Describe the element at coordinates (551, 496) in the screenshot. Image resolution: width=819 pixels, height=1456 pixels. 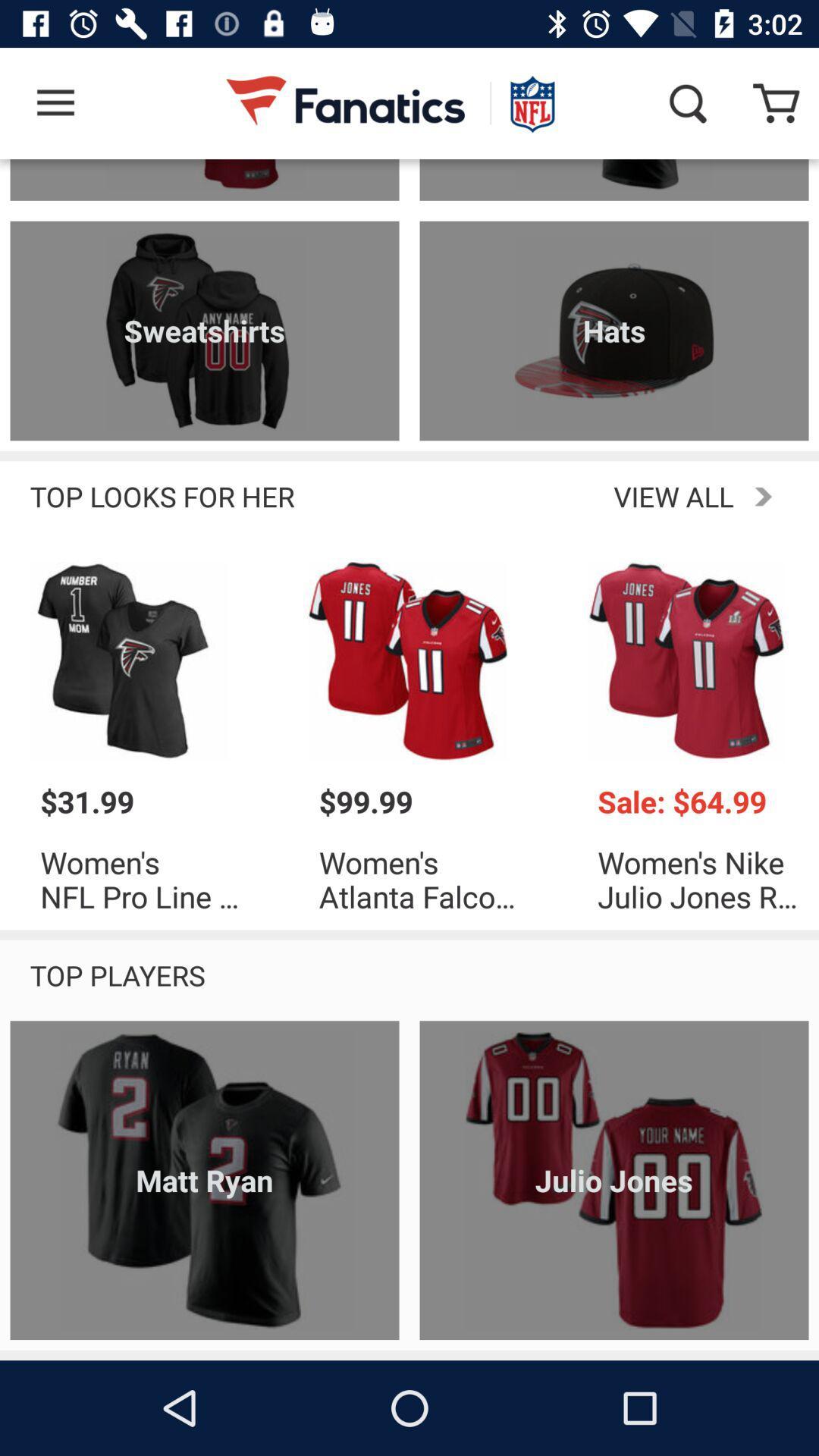
I see `view all item` at that location.